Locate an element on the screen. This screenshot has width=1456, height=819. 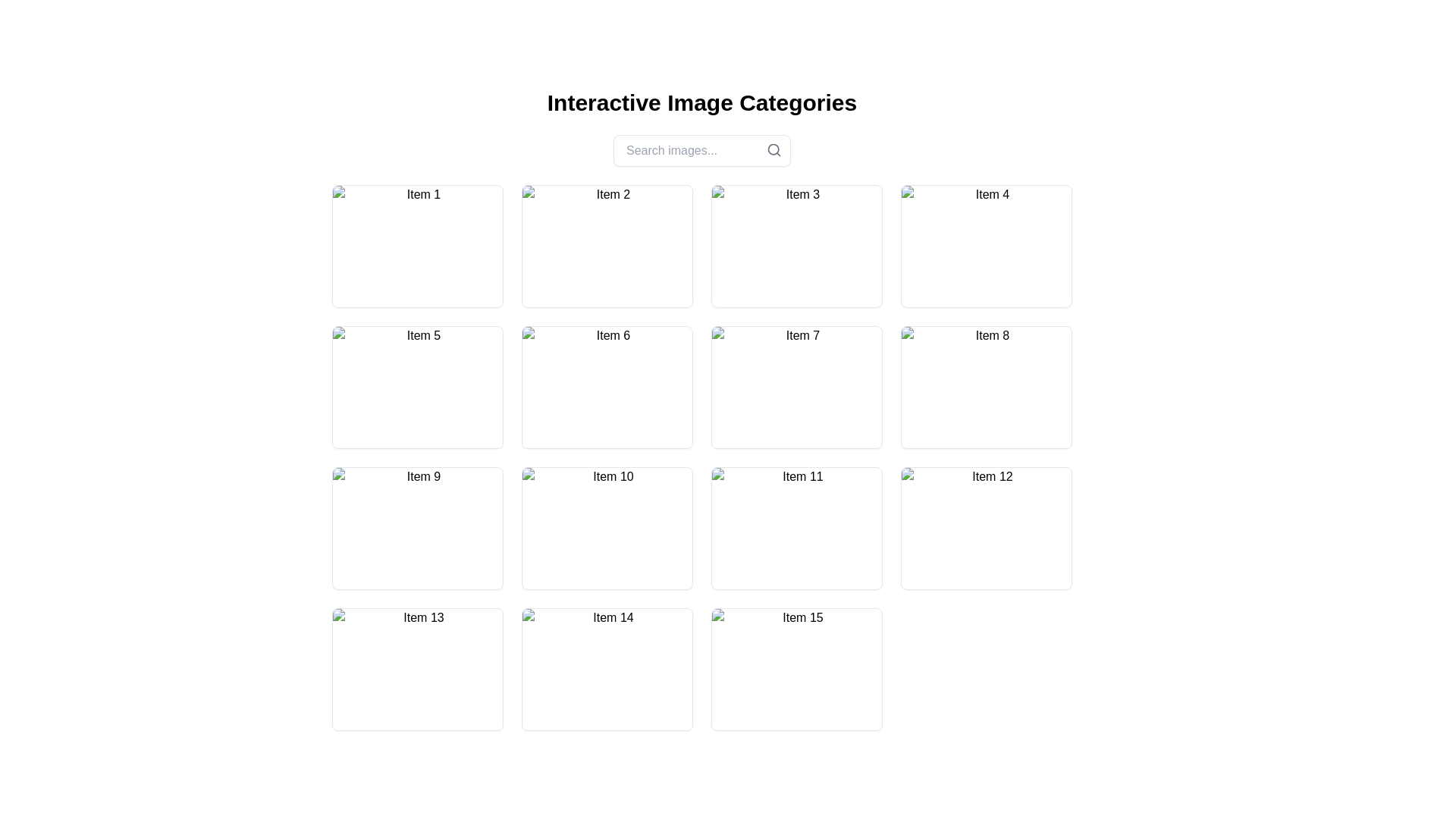
the visual card component displaying 'Item 11', which is a rectangular card with rounded corners and a placeholder image at the top left is located at coordinates (796, 528).